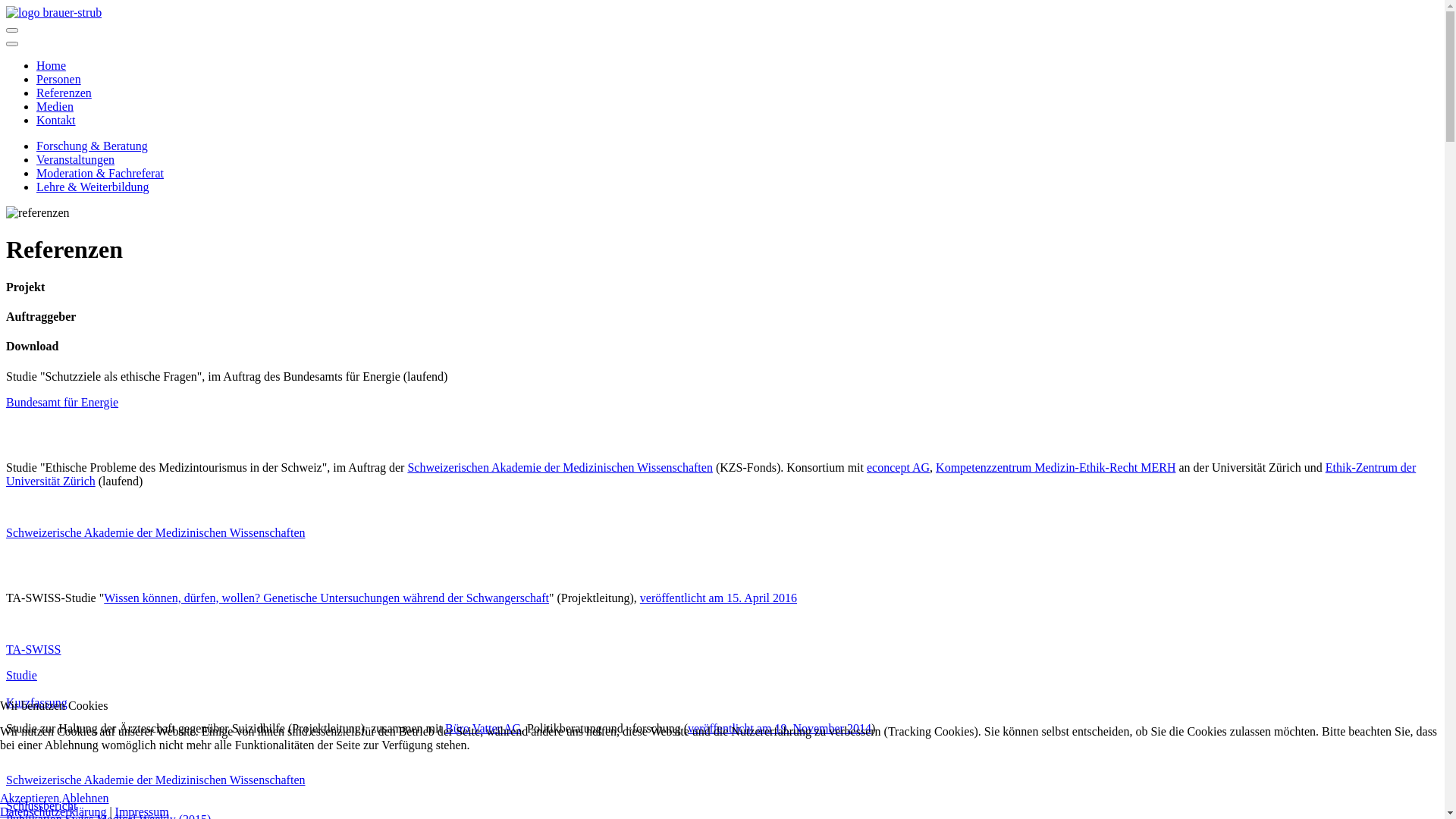 Image resolution: width=1456 pixels, height=819 pixels. Describe the element at coordinates (36, 186) in the screenshot. I see `'Lehre & Weiterbildung'` at that location.